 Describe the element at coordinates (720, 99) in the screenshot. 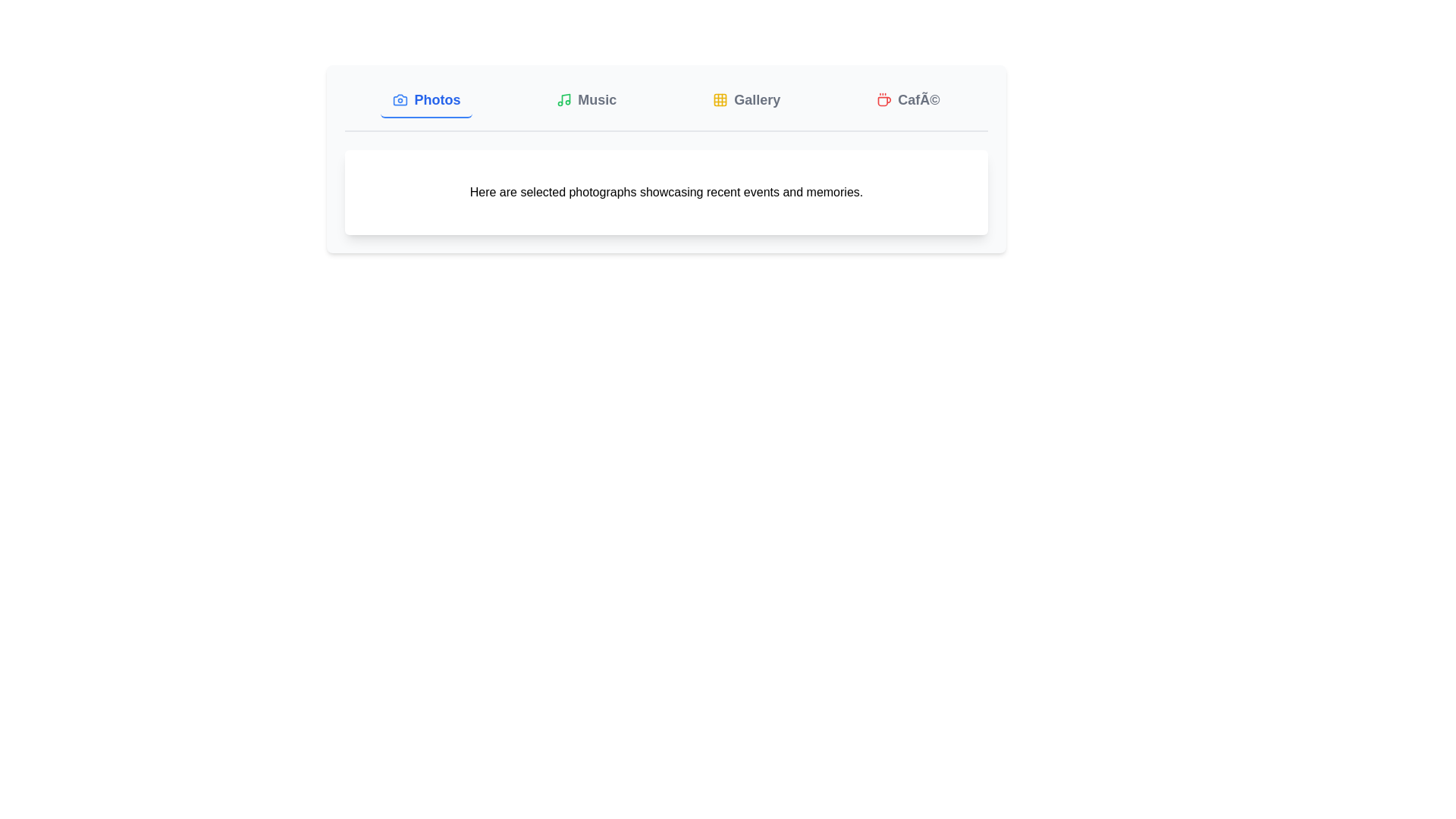

I see `the gallery or grid layout selector icon located to the left of the 'Gallery' text in the navigation bar` at that location.